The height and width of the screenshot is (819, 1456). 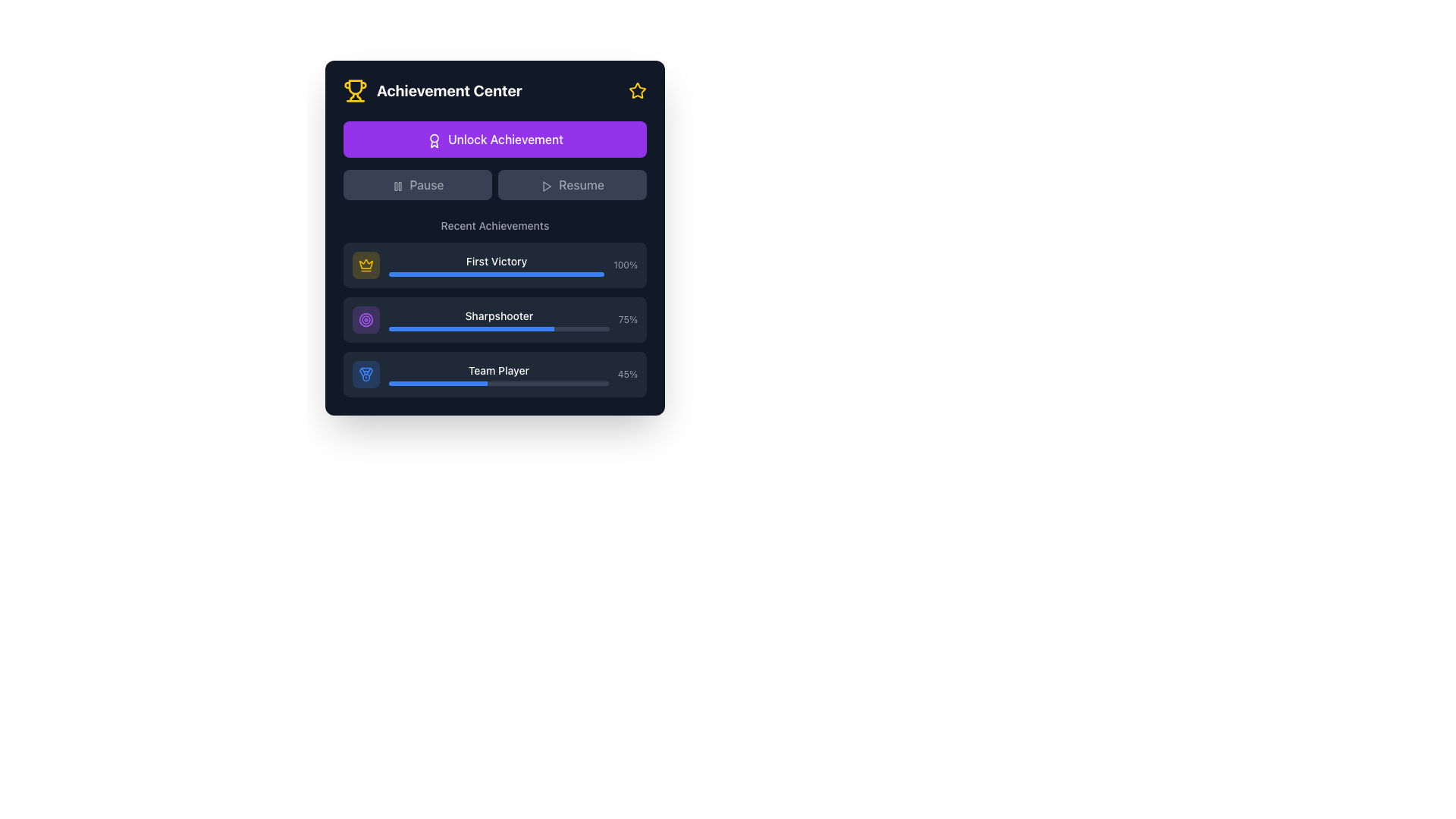 I want to click on the decorative icon for the 'Resume' button located in the 'Achievement Center' interface, which is the rightmost of three buttons underneath the purple 'Unlock Achievement' button, so click(x=546, y=185).